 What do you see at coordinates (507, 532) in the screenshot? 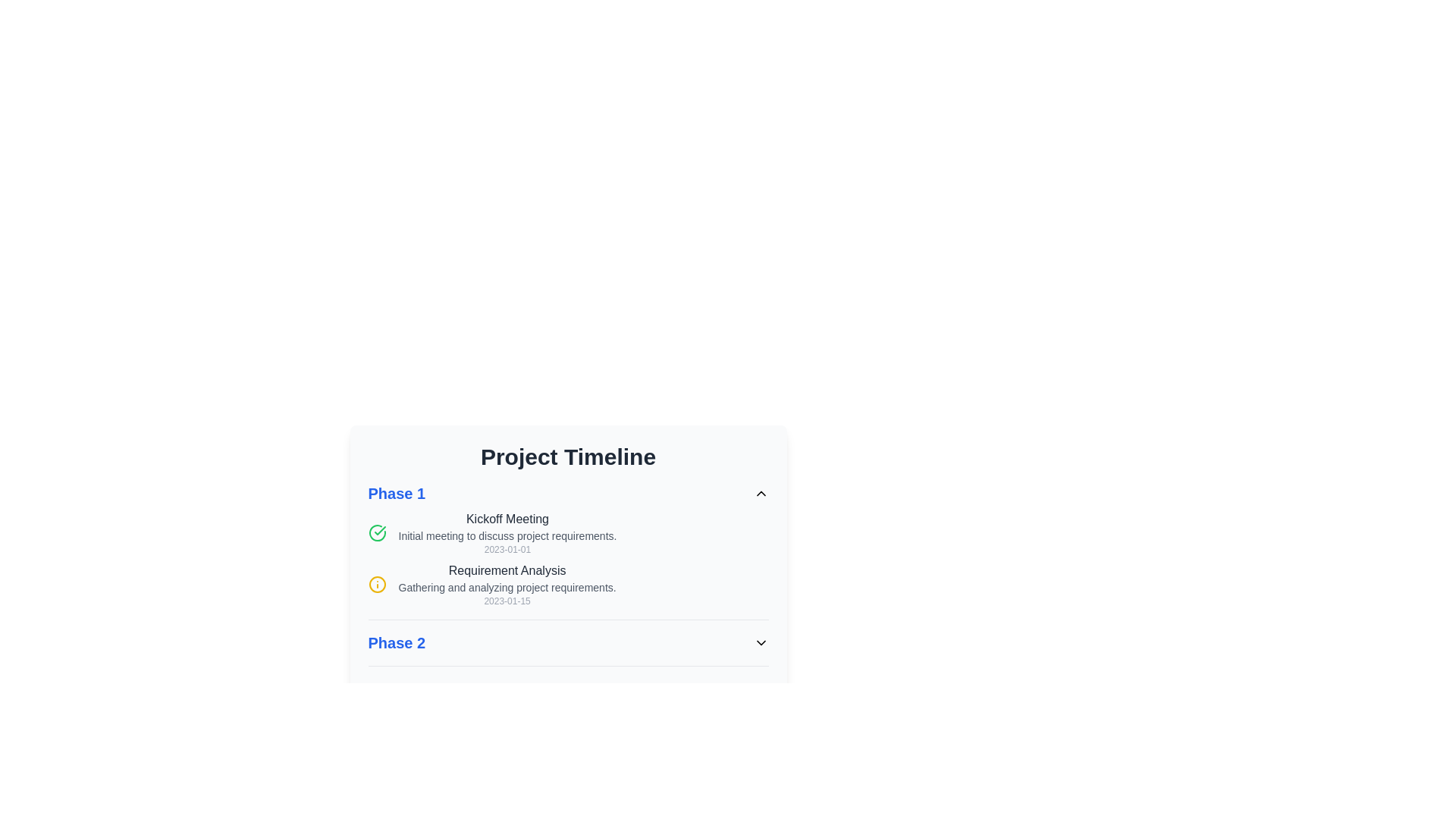
I see `information displayed on the first entry of the project timeline in the 'Phase 1' section, which includes a title, description, and timestamp` at bounding box center [507, 532].